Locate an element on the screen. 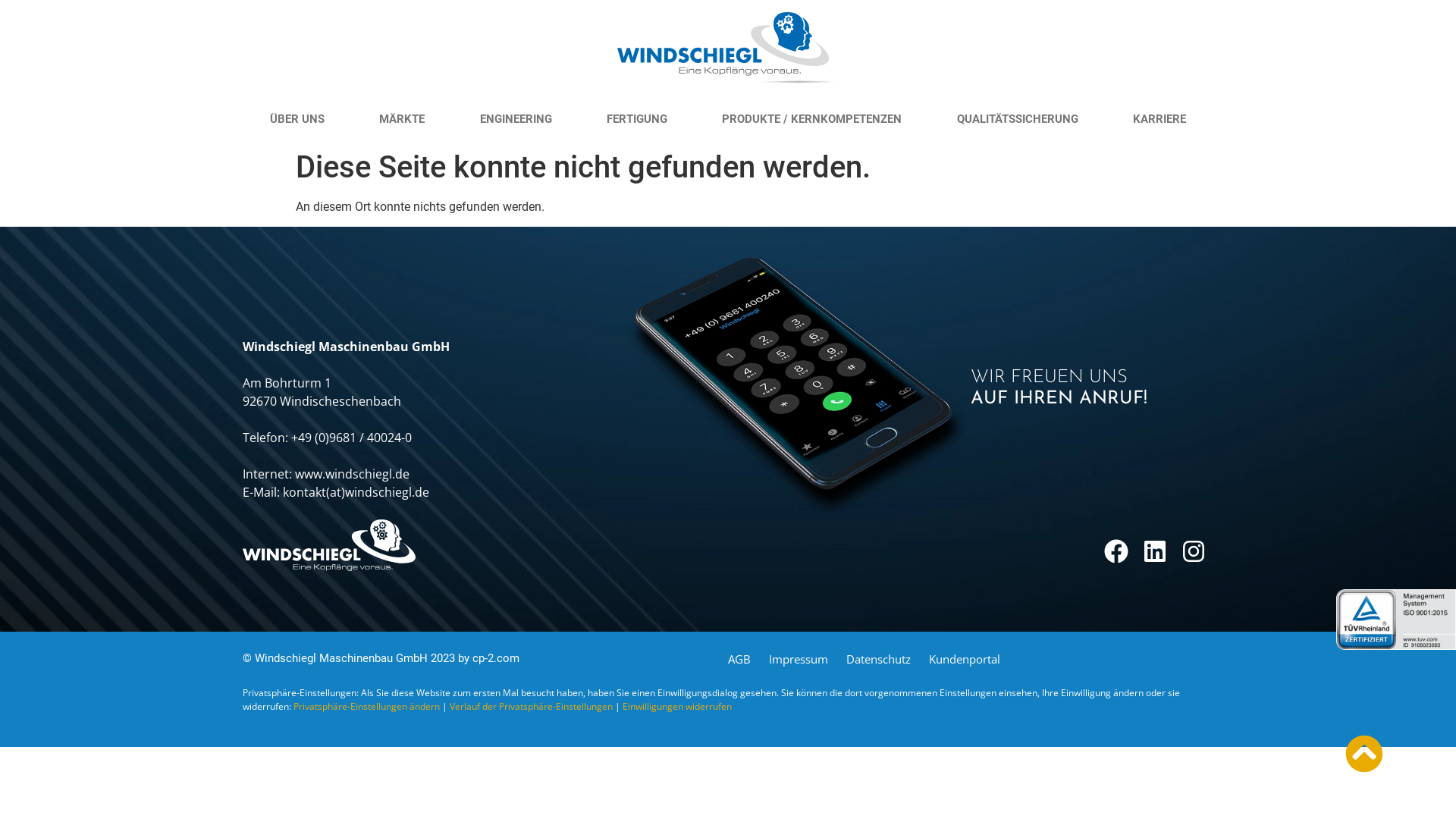  'cp-2.com' is located at coordinates (495, 657).